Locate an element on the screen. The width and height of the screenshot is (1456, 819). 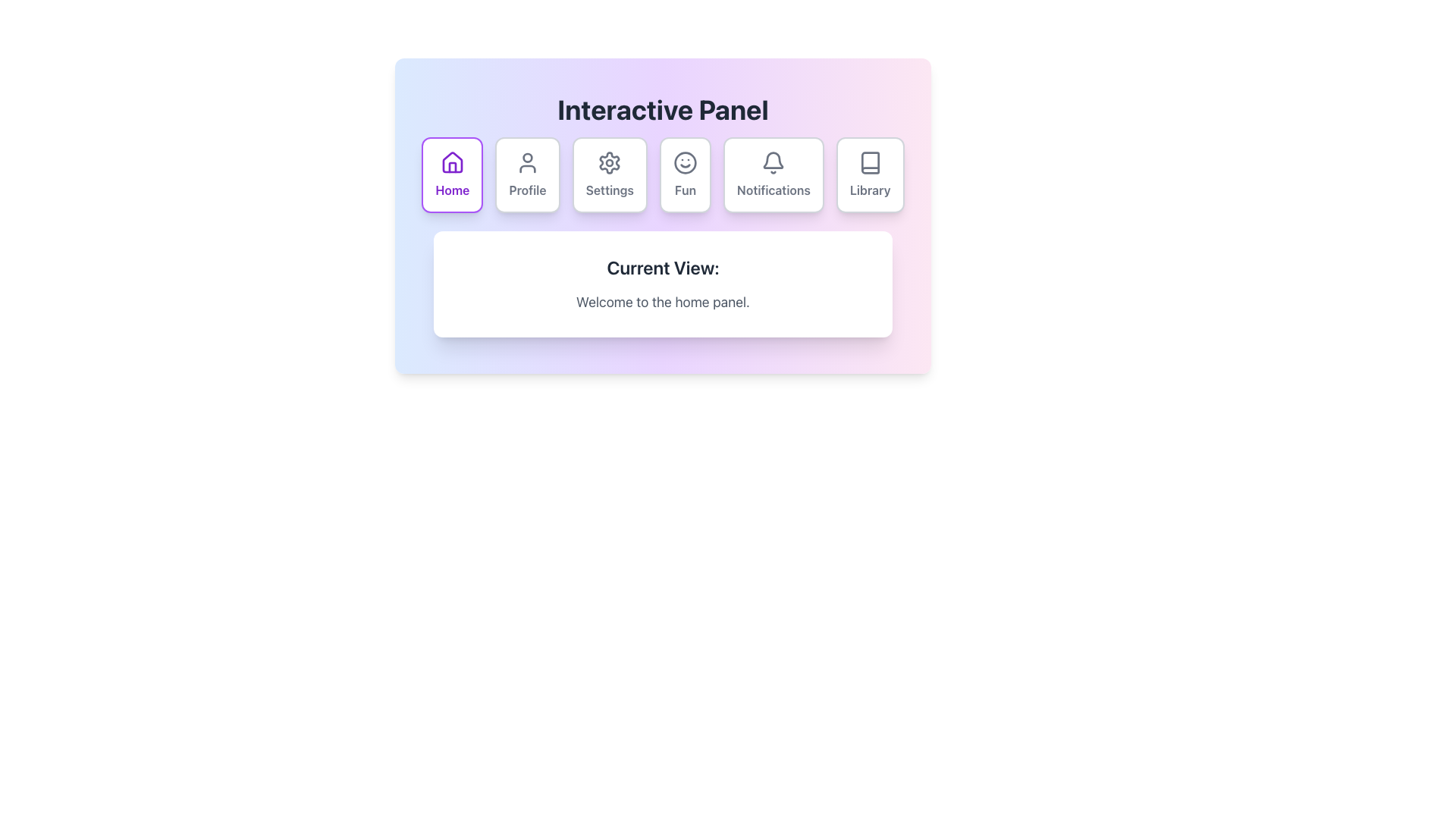
the 'Fun' button icon located in the navigation bar at the top center of the interface, which is the fourth item from the left is located at coordinates (684, 163).